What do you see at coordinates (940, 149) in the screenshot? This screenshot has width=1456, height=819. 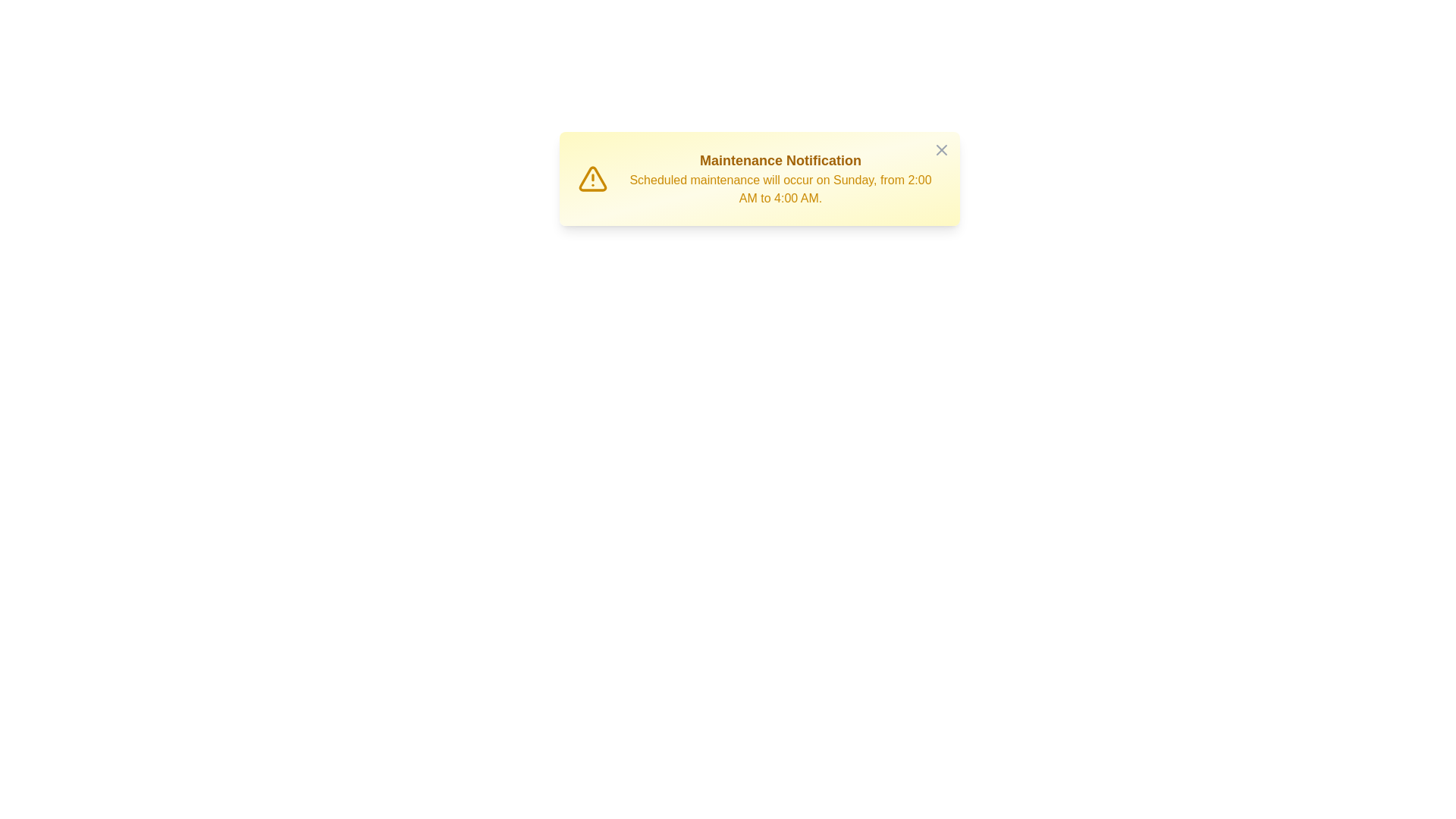 I see `the close button to dismiss the alert` at bounding box center [940, 149].